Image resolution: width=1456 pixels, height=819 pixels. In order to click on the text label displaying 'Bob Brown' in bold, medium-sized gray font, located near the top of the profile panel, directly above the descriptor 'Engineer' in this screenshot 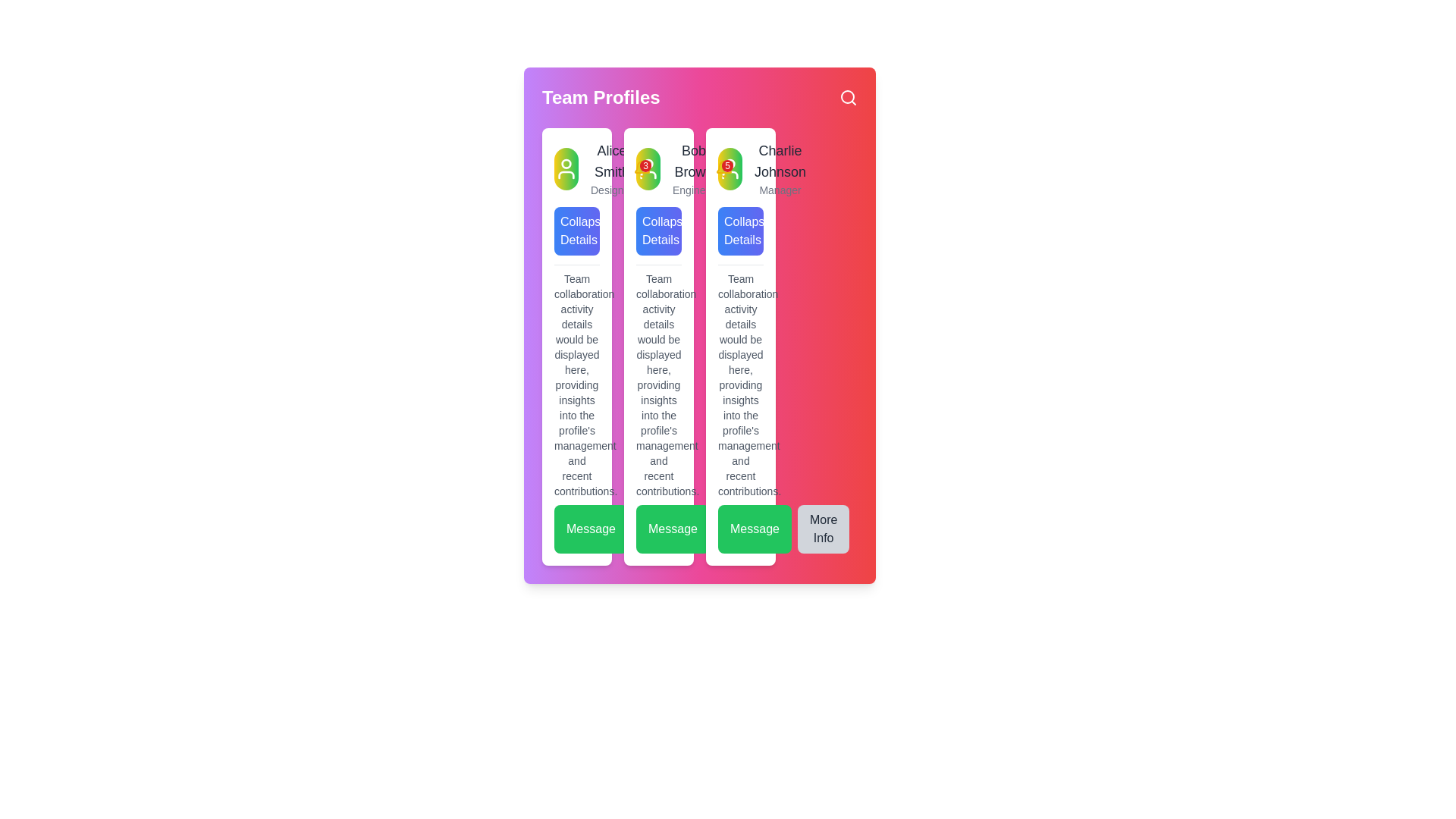, I will do `click(693, 161)`.